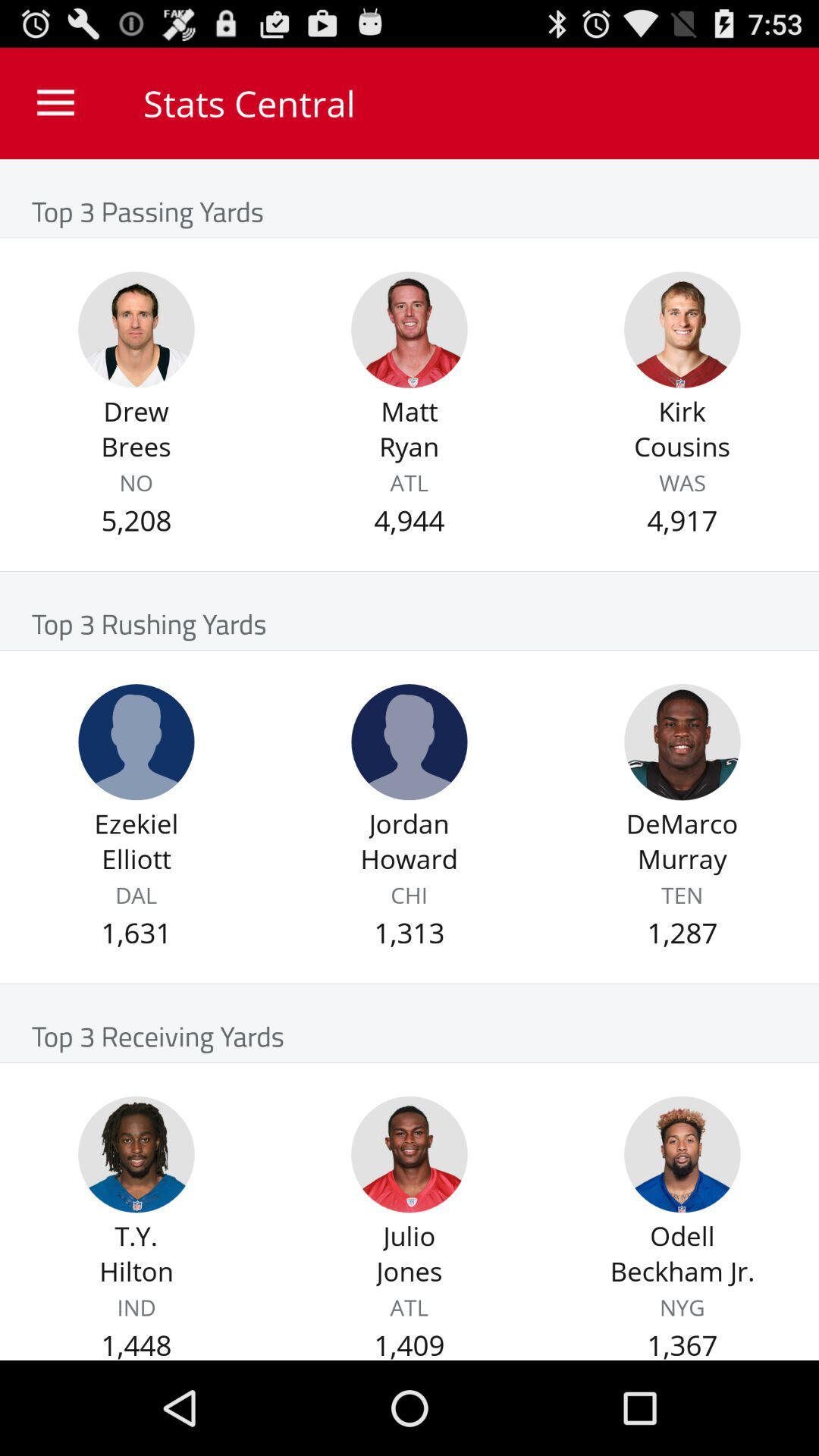  I want to click on player, so click(681, 329).